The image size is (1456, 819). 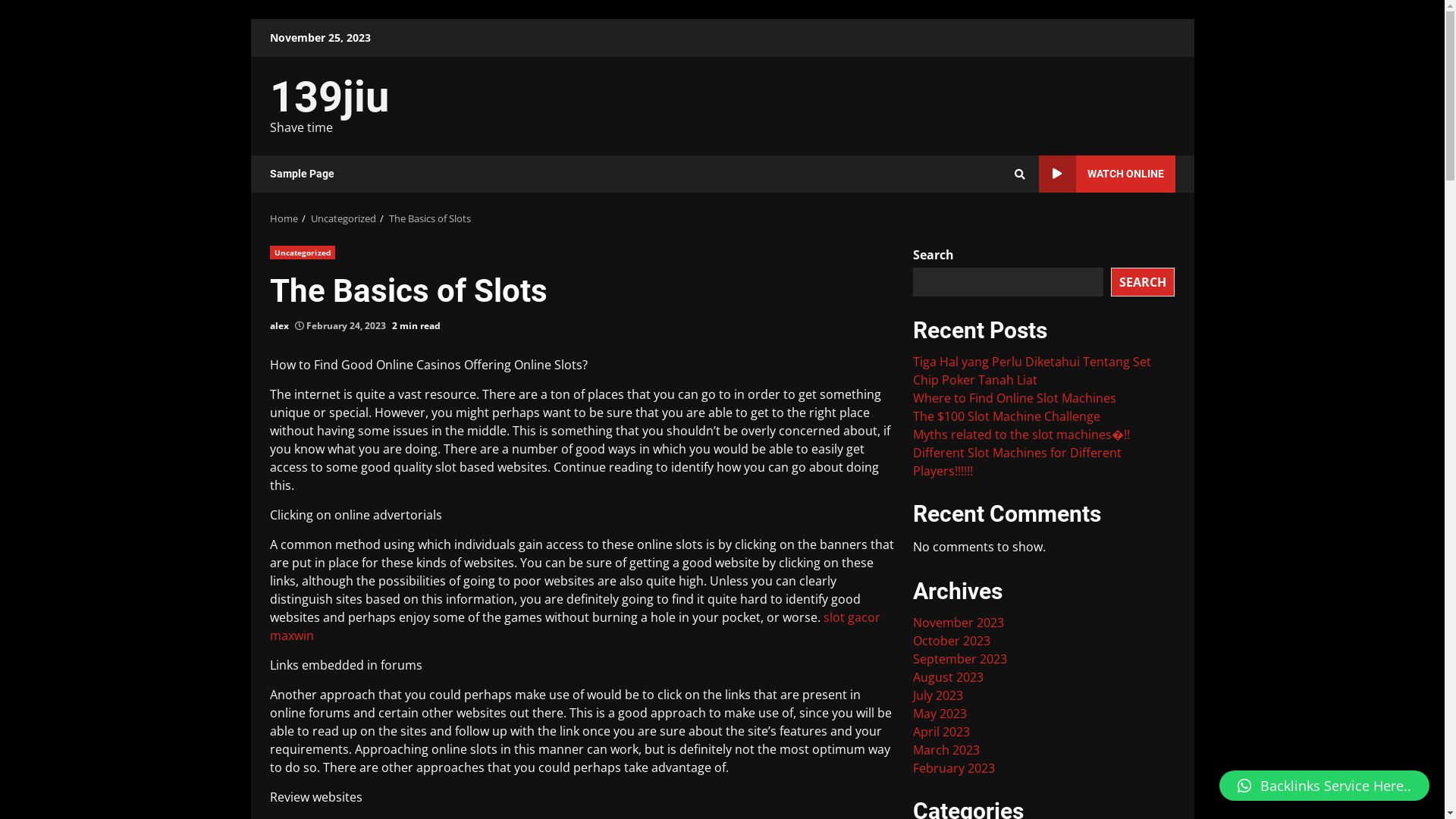 What do you see at coordinates (1110, 281) in the screenshot?
I see `'SEARCH'` at bounding box center [1110, 281].